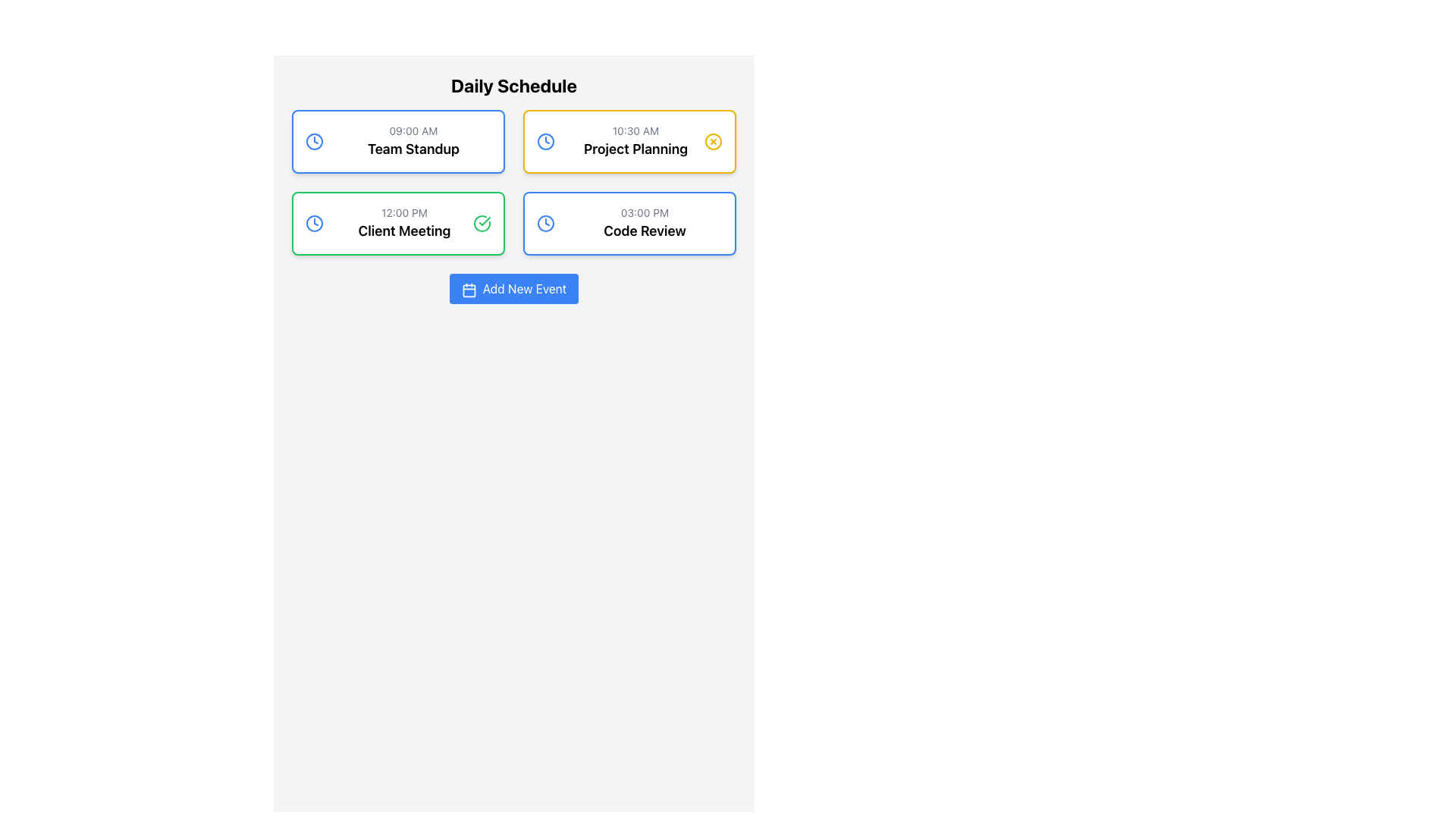 The height and width of the screenshot is (819, 1456). I want to click on the blue button labeled 'Add New Event' with a calendar icon, so click(513, 289).